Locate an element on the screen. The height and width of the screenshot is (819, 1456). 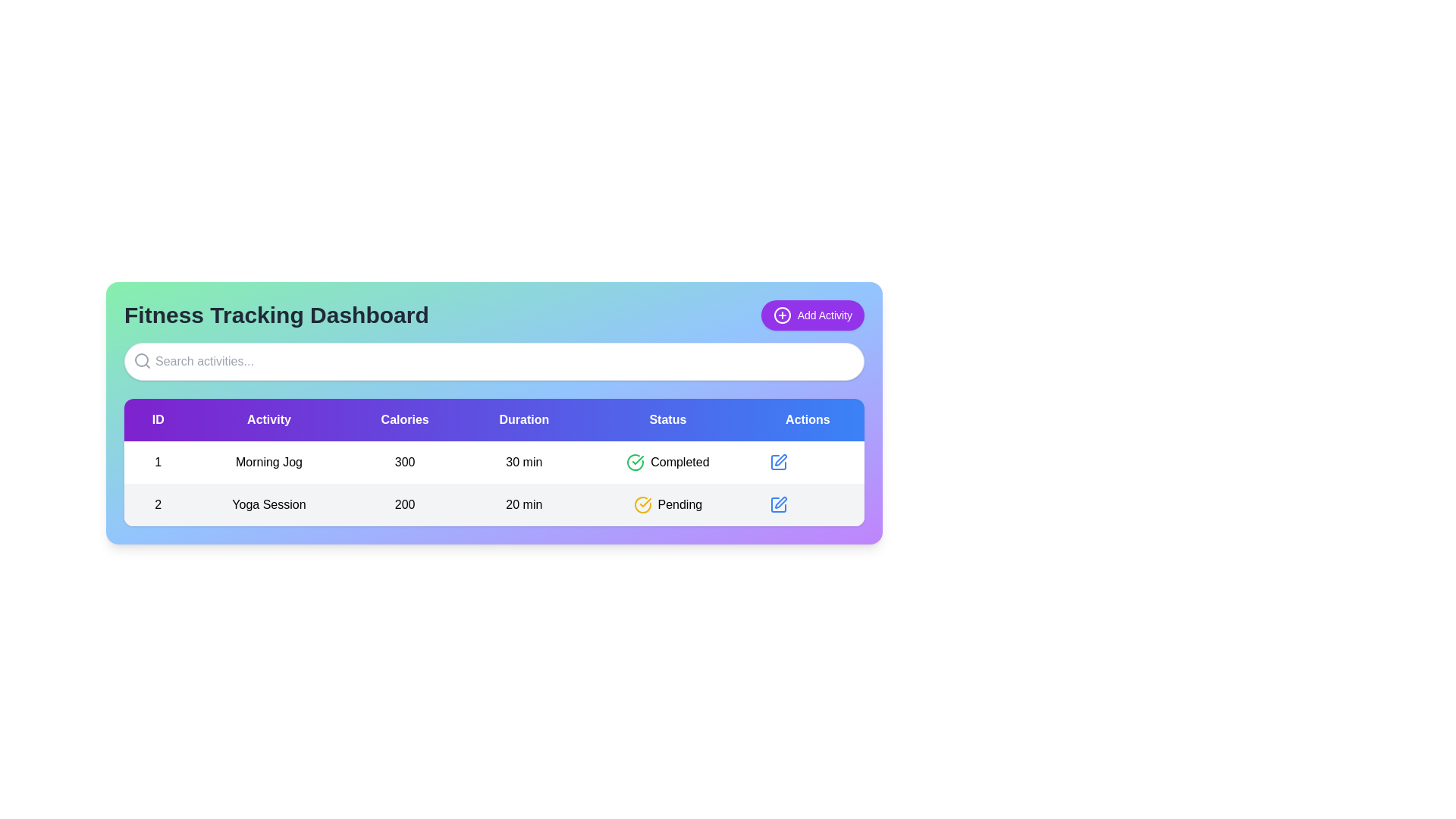
the second row of the activities table that displays details about the Yoga Session is located at coordinates (494, 505).